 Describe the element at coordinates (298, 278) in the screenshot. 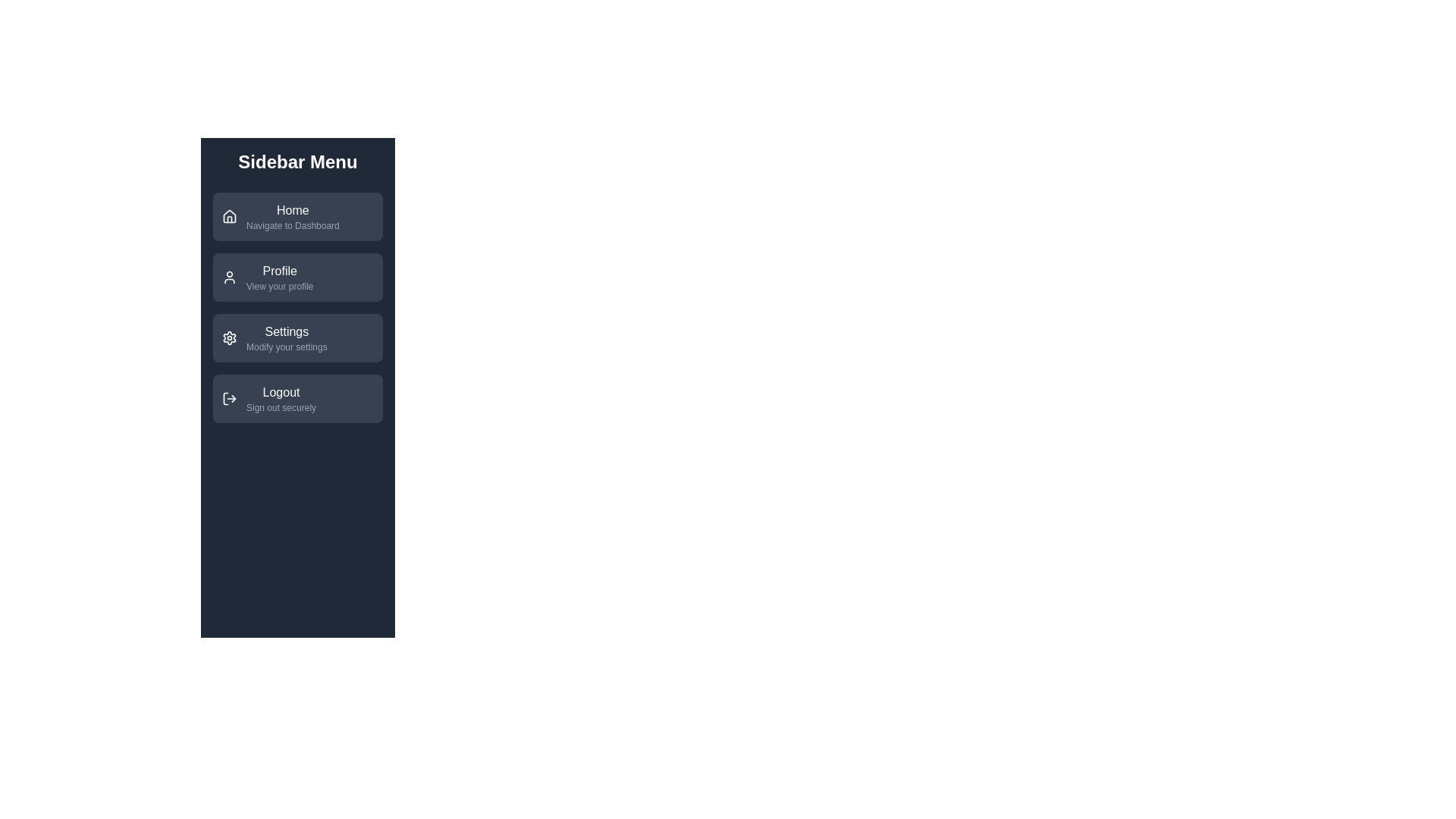

I see `the menu item labeled 'Profile' to view its description` at that location.